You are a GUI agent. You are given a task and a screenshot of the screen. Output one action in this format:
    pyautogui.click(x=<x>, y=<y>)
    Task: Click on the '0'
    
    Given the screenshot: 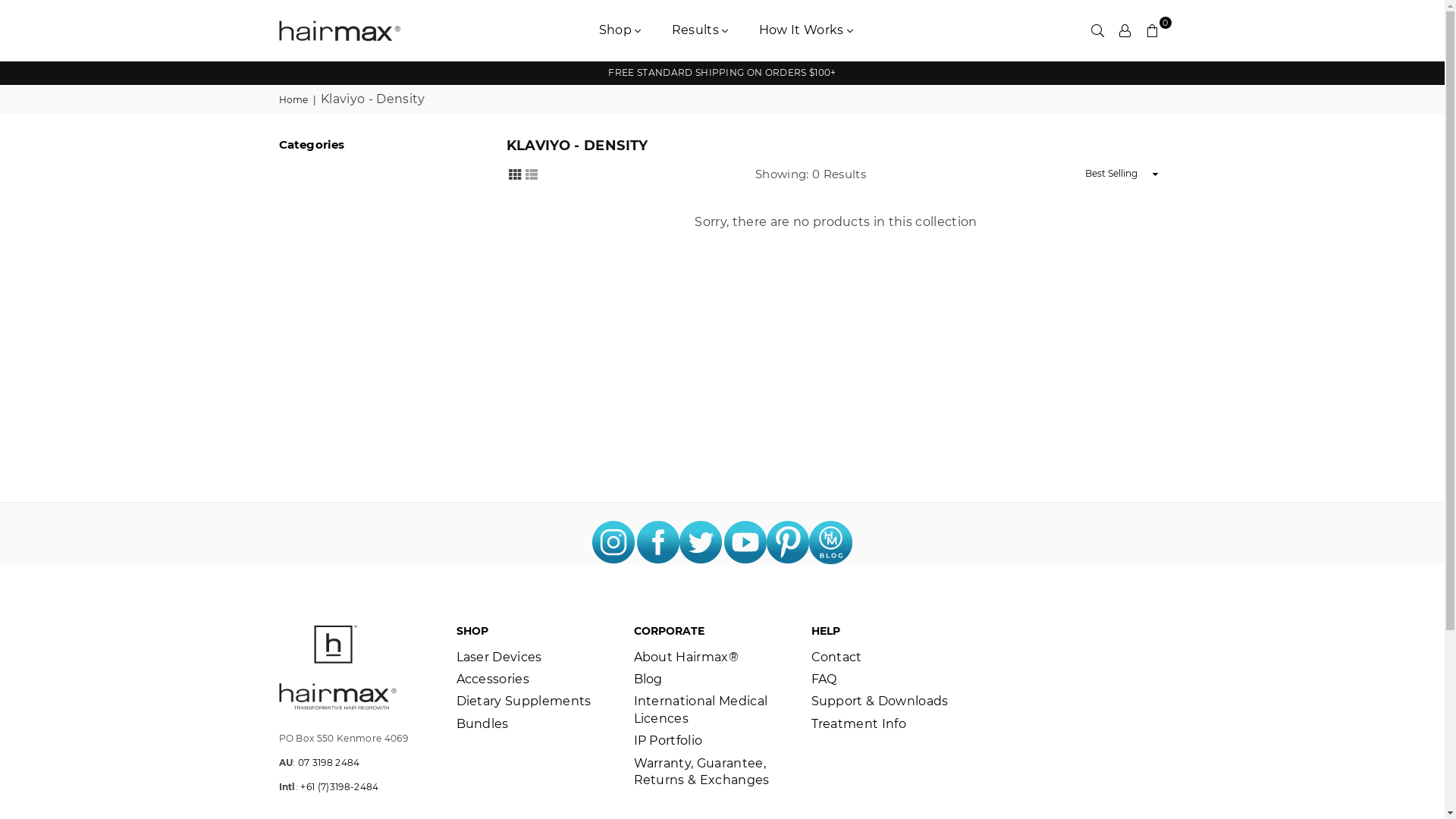 What is the action you would take?
    pyautogui.click(x=1153, y=30)
    